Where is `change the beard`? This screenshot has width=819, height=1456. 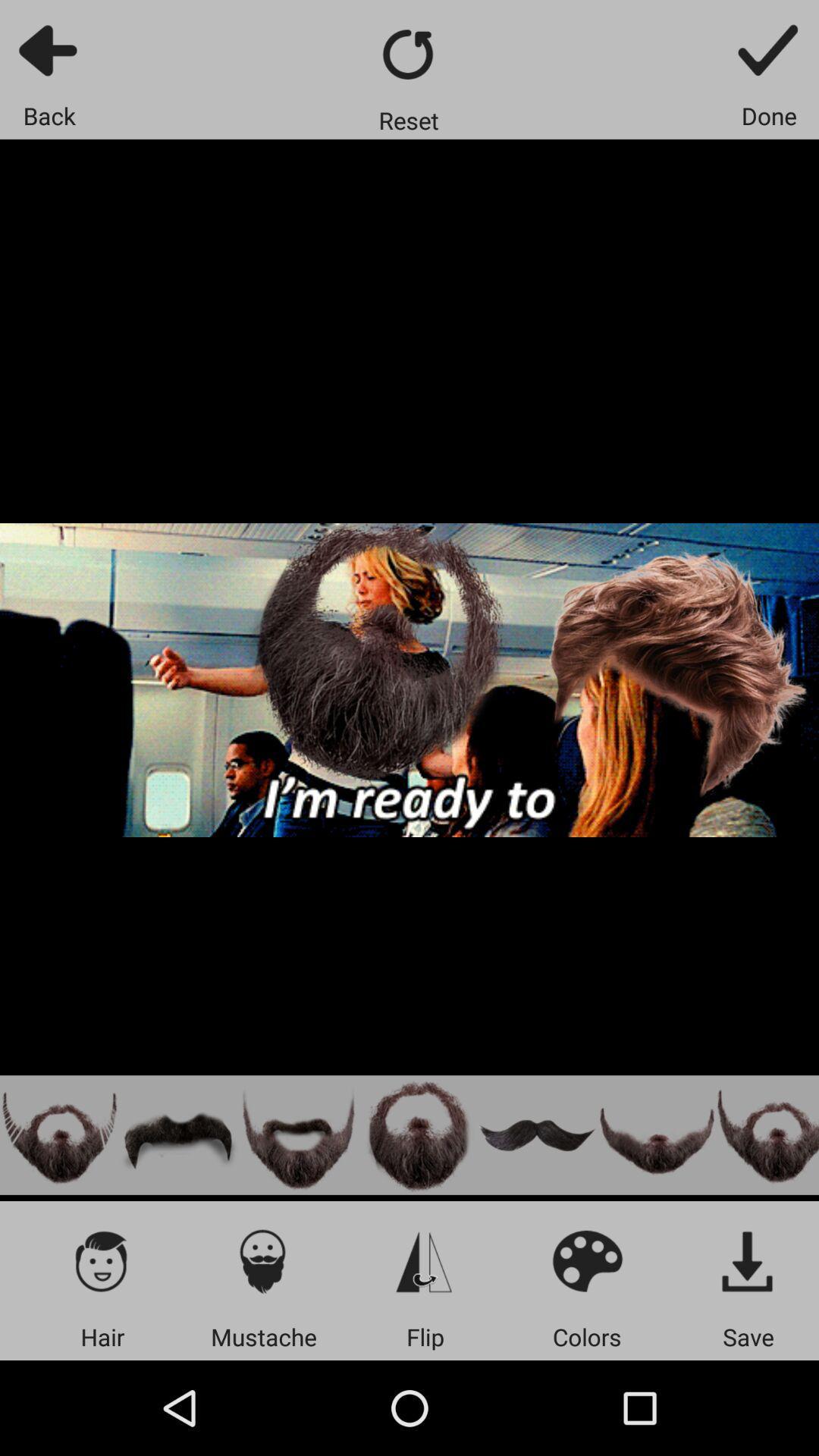 change the beard is located at coordinates (656, 1135).